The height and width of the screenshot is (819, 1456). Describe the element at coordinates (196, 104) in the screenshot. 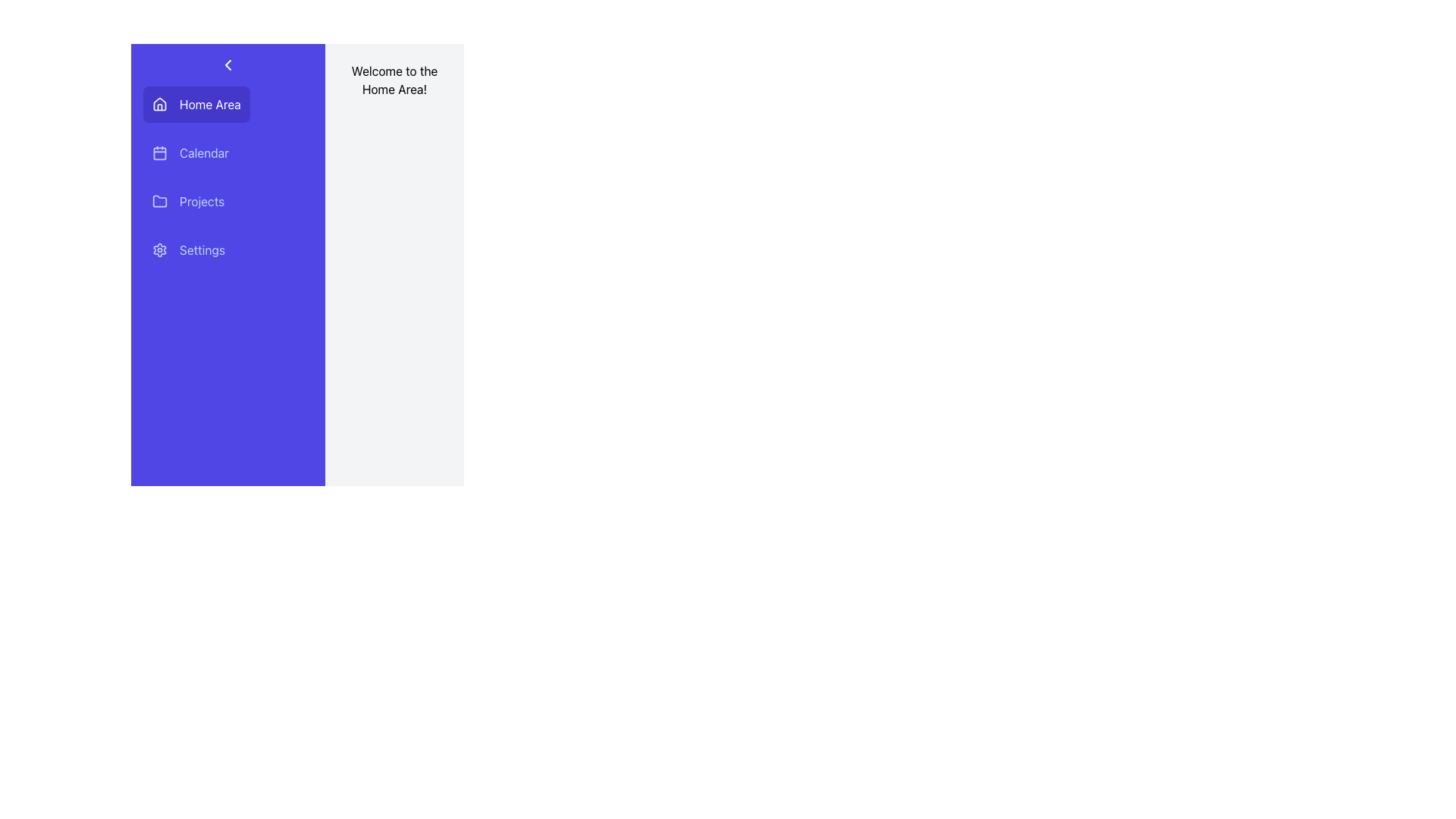

I see `the 'Home Area' button, which is a purple rectangular button with rounded corners, featuring a house icon on the left and white text on the right` at that location.